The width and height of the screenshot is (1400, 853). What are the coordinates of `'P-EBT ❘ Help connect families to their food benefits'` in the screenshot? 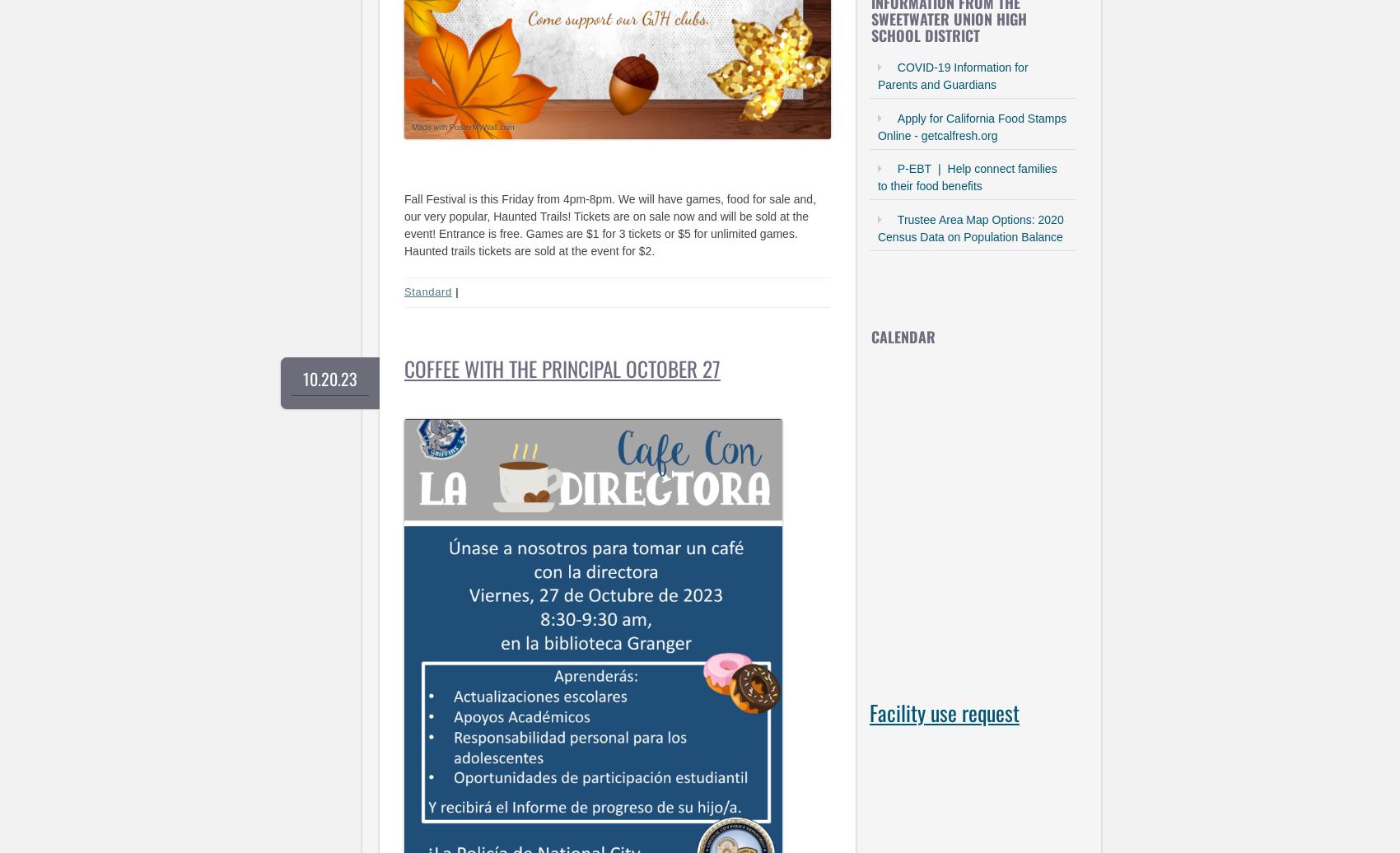 It's located at (877, 177).